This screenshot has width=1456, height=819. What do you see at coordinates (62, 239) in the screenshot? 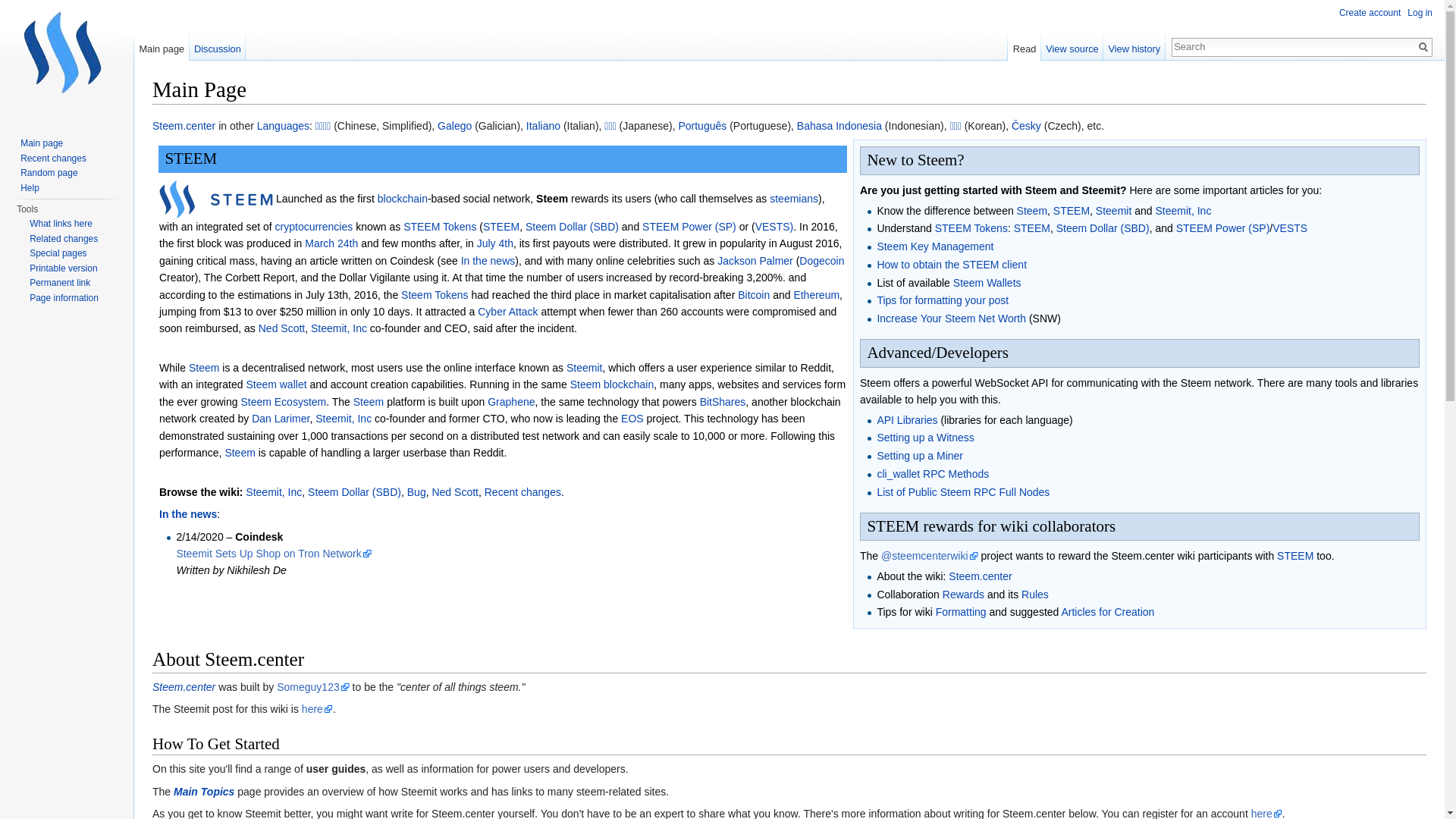
I see `'Related changes'` at bounding box center [62, 239].